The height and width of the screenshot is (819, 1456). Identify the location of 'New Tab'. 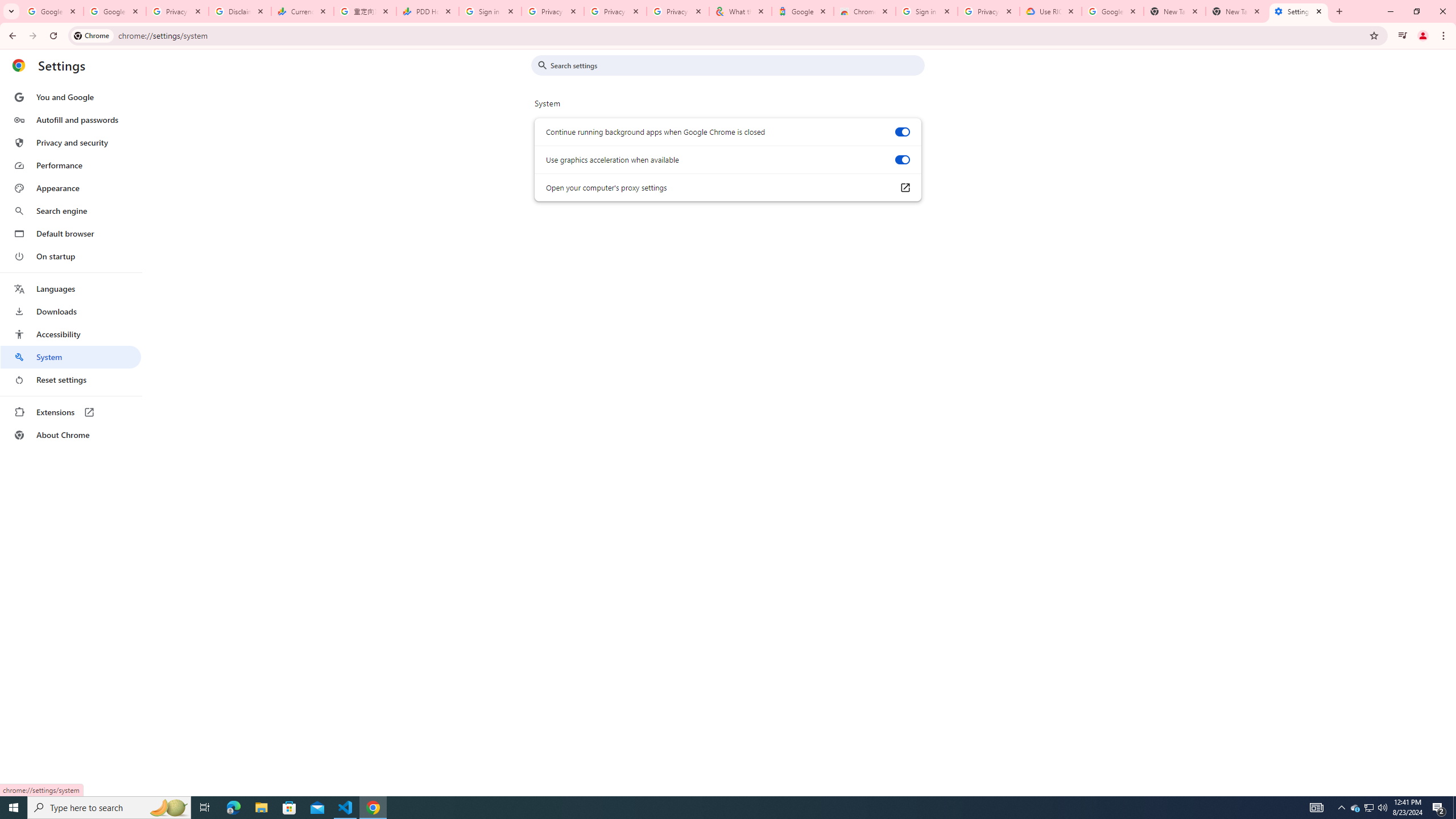
(1236, 11).